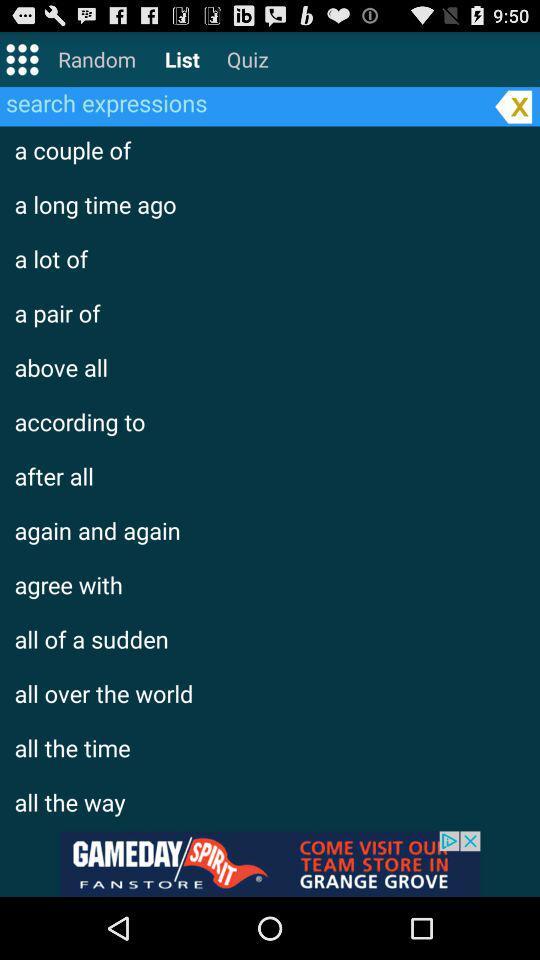 The height and width of the screenshot is (960, 540). I want to click on search input, so click(244, 102).